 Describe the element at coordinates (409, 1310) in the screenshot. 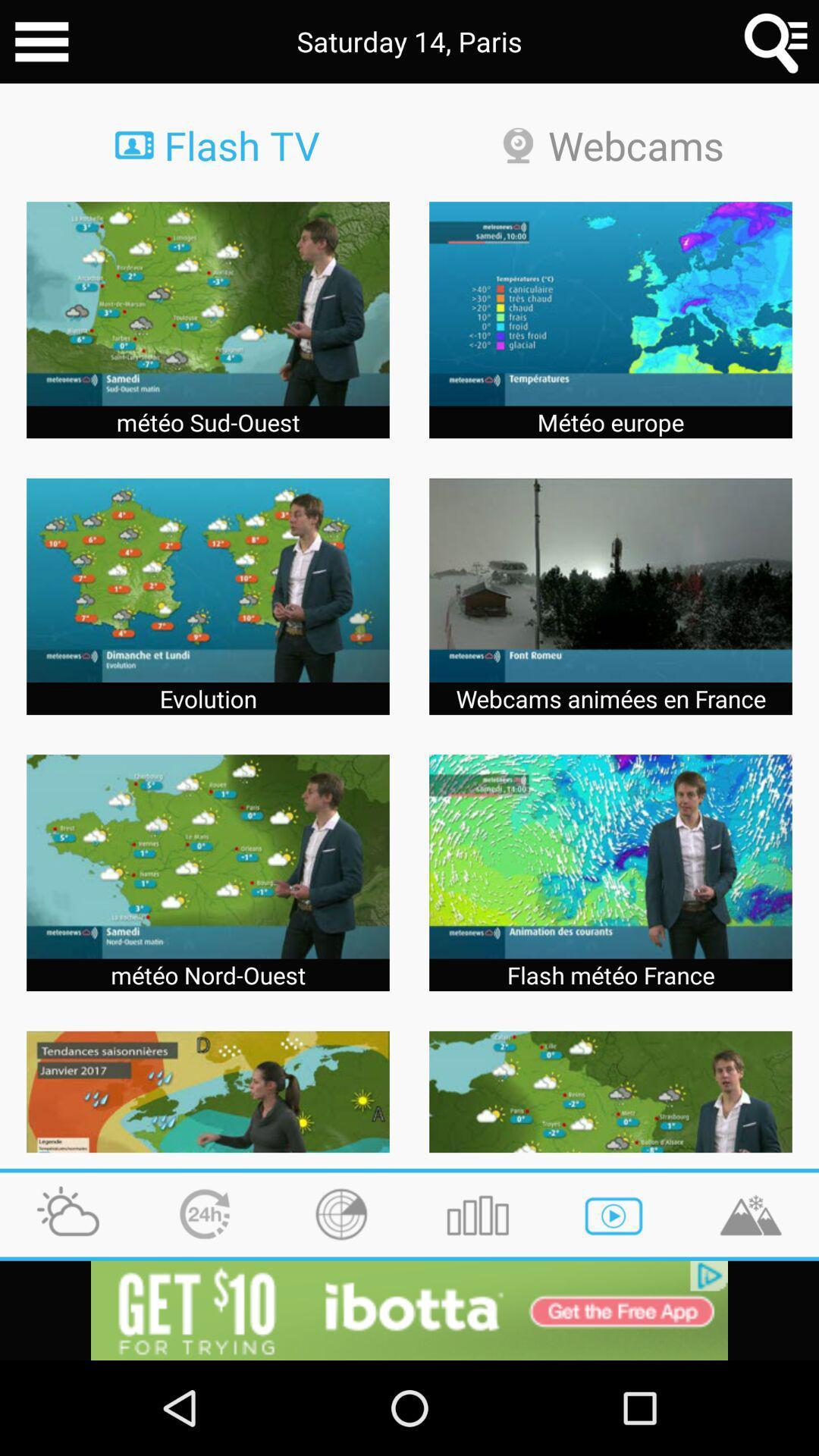

I see `advertisement click option` at that location.